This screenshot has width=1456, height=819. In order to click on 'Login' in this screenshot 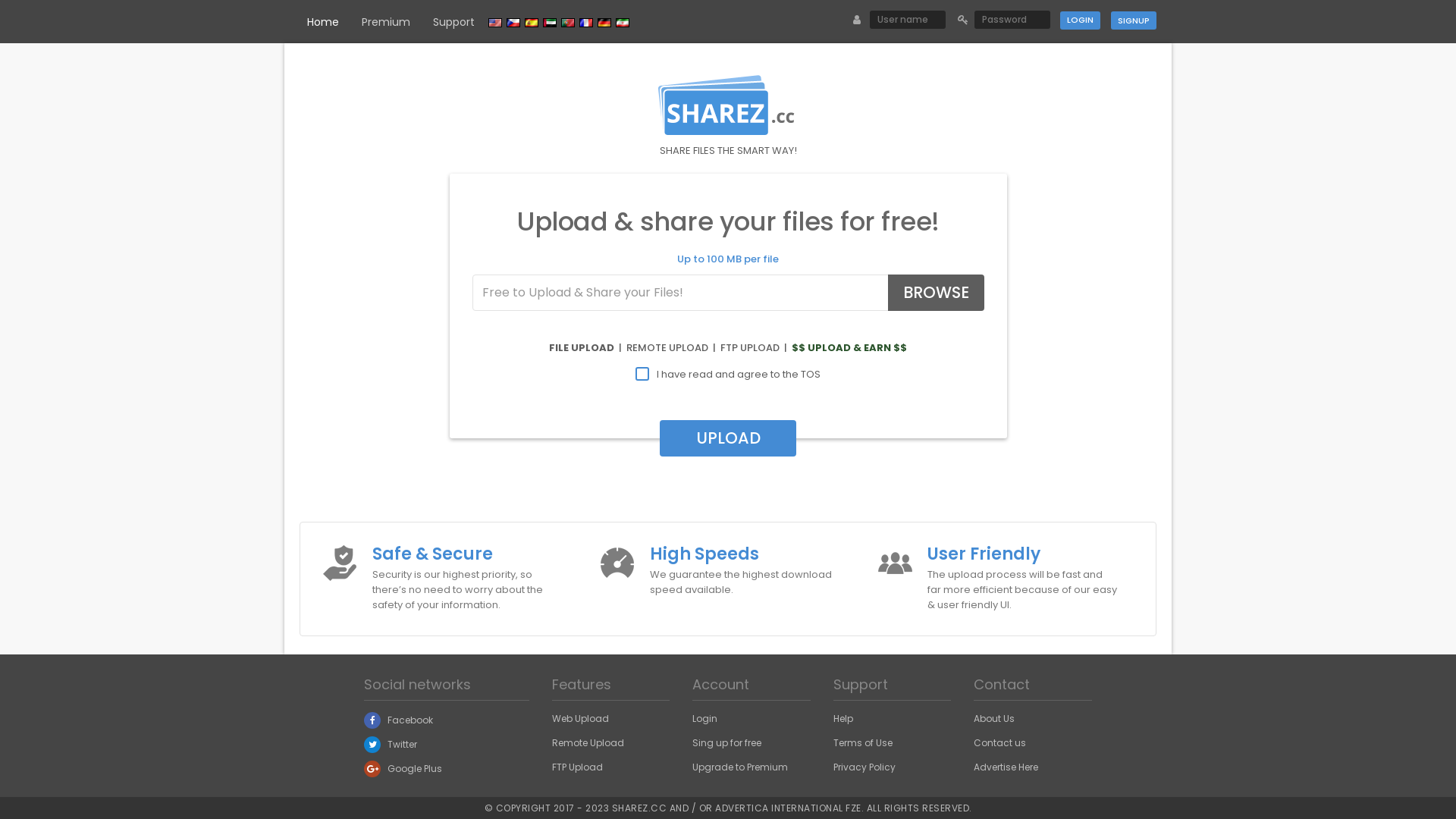, I will do `click(704, 717)`.